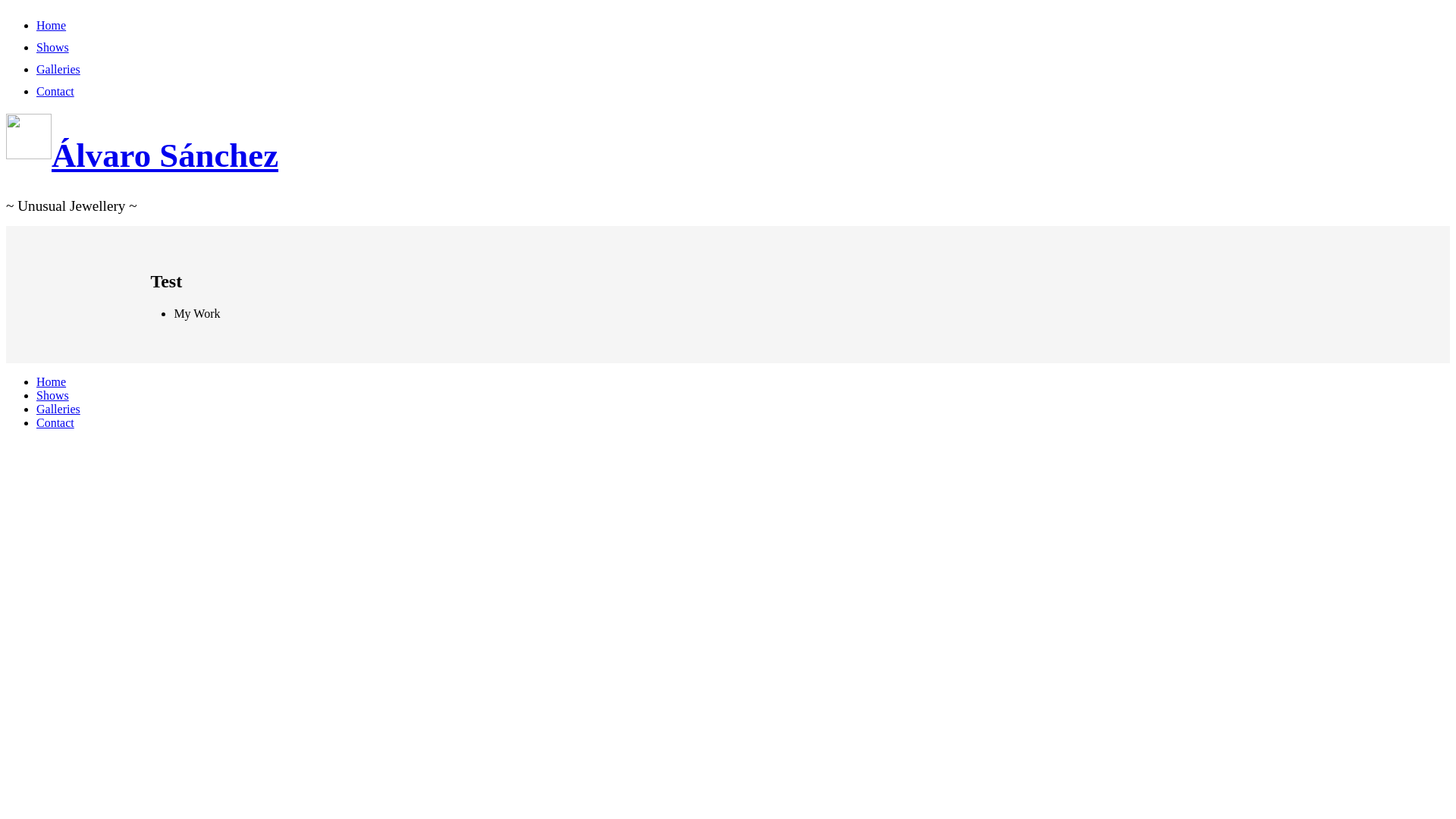 This screenshot has width=1456, height=819. Describe the element at coordinates (52, 394) in the screenshot. I see `'Shows'` at that location.